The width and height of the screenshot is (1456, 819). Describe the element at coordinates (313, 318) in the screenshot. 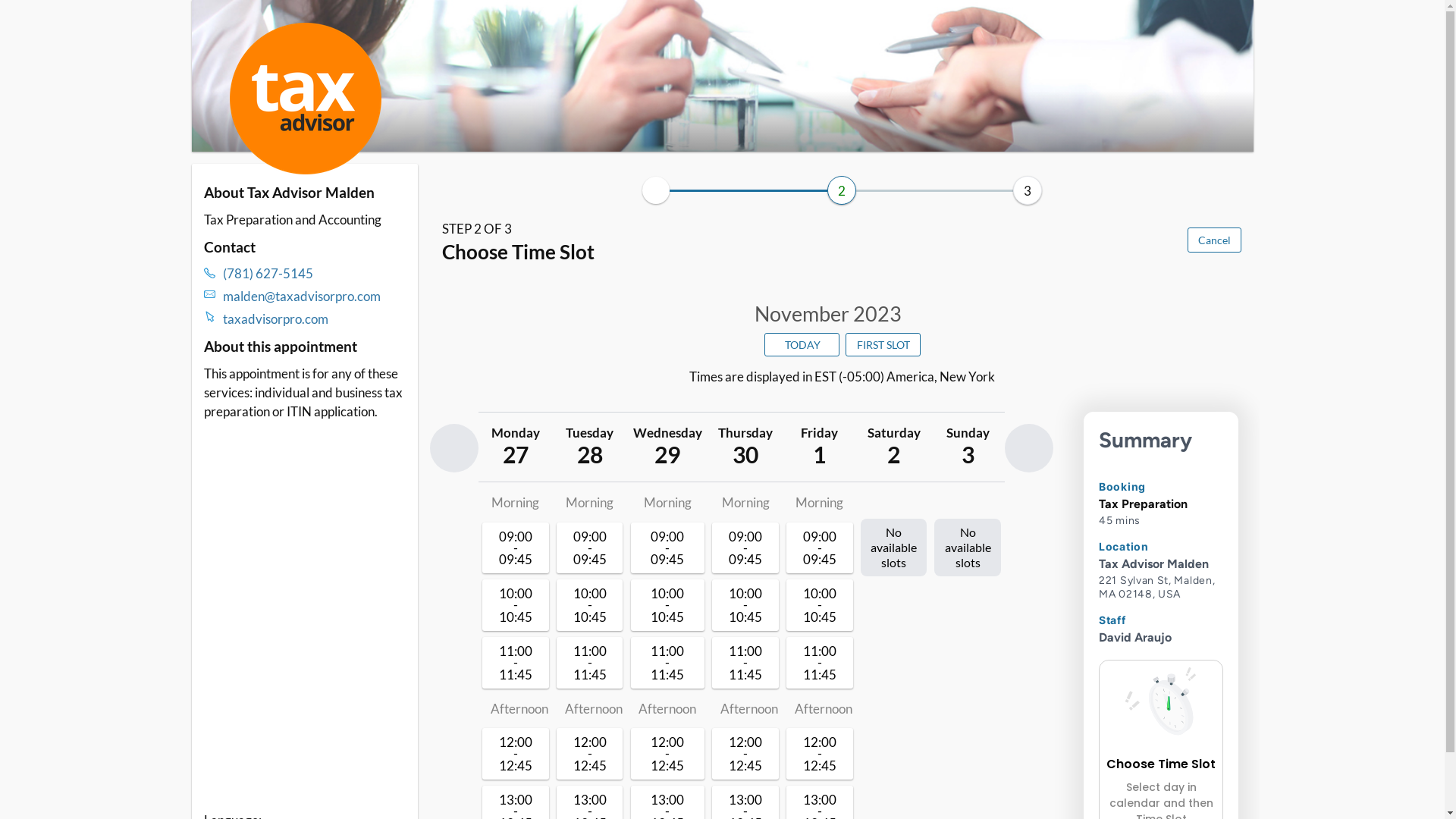

I see `'taxadvisorpro.com'` at that location.